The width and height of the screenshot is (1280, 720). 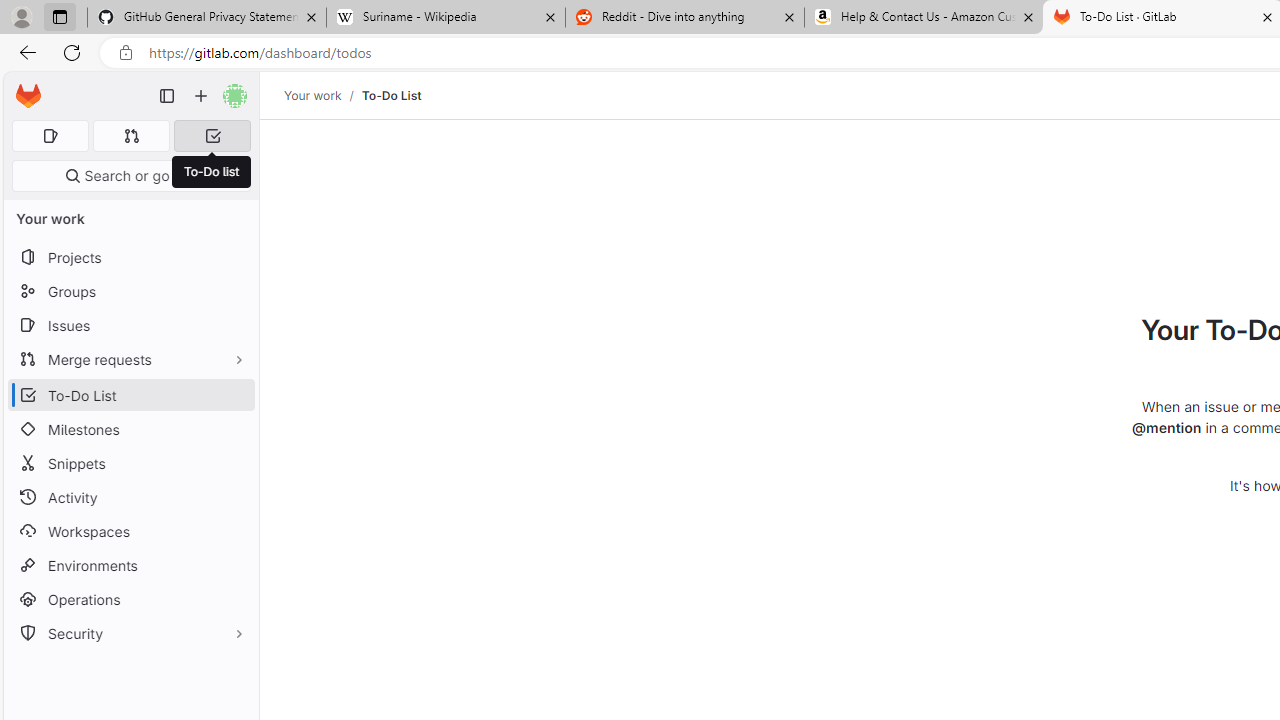 I want to click on 'To-Do list 0', so click(x=212, y=135).